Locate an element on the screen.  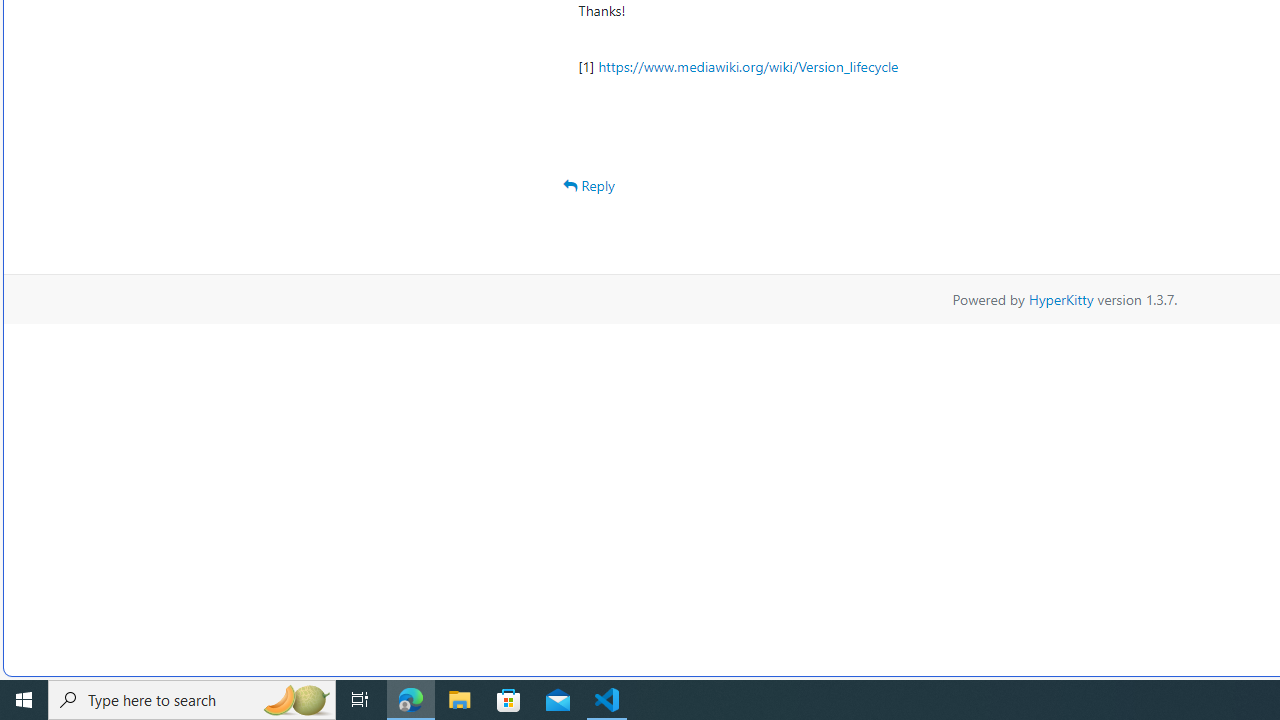
'https://www.mediawiki.org/wiki/Version_lifecycle' is located at coordinates (747, 65).